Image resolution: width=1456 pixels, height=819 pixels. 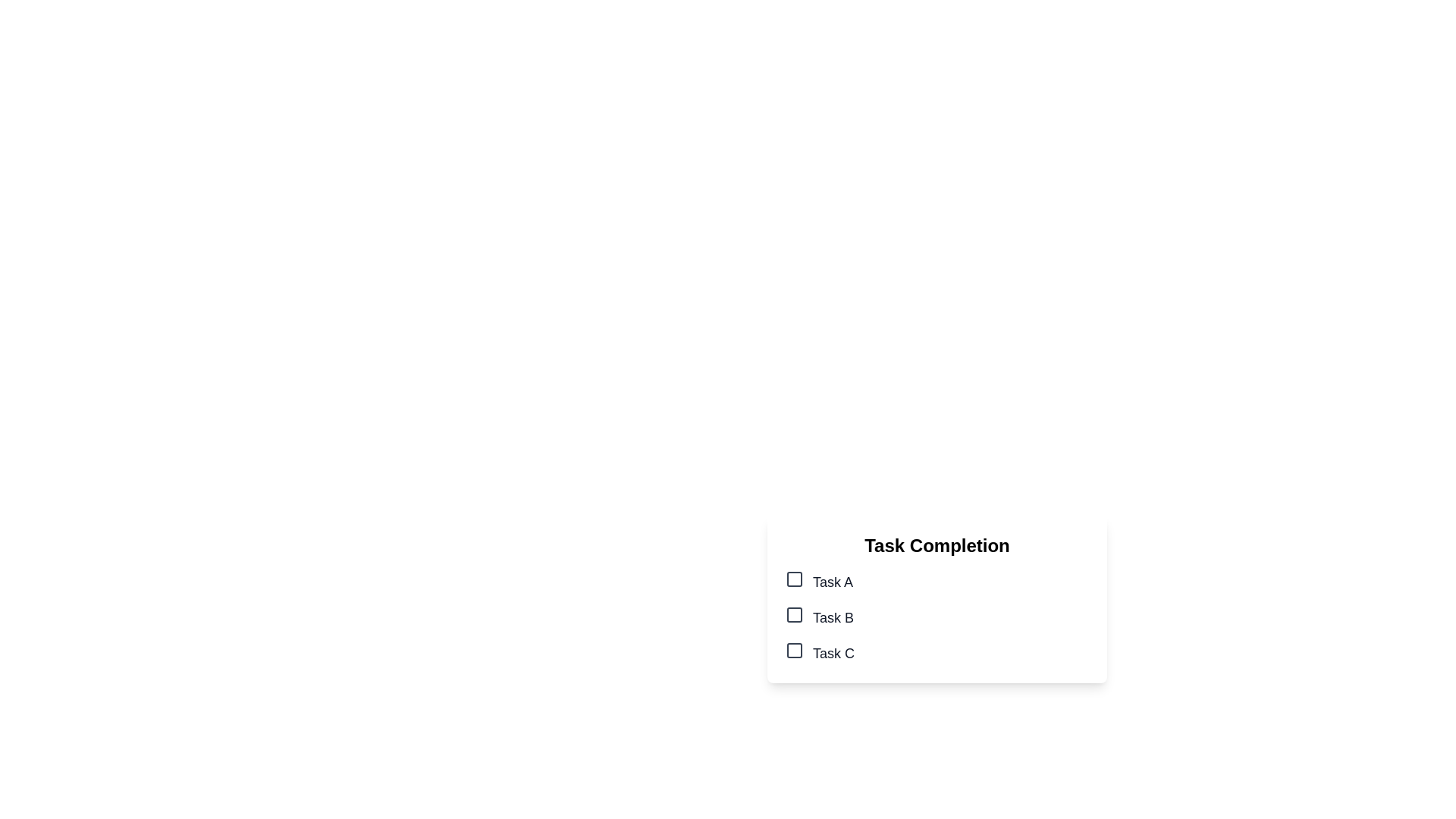 I want to click on the text label displaying 'Task B', which is the second item in a vertical list of labels, styled in large gray font and positioned right next to a checkbox, so click(x=833, y=617).